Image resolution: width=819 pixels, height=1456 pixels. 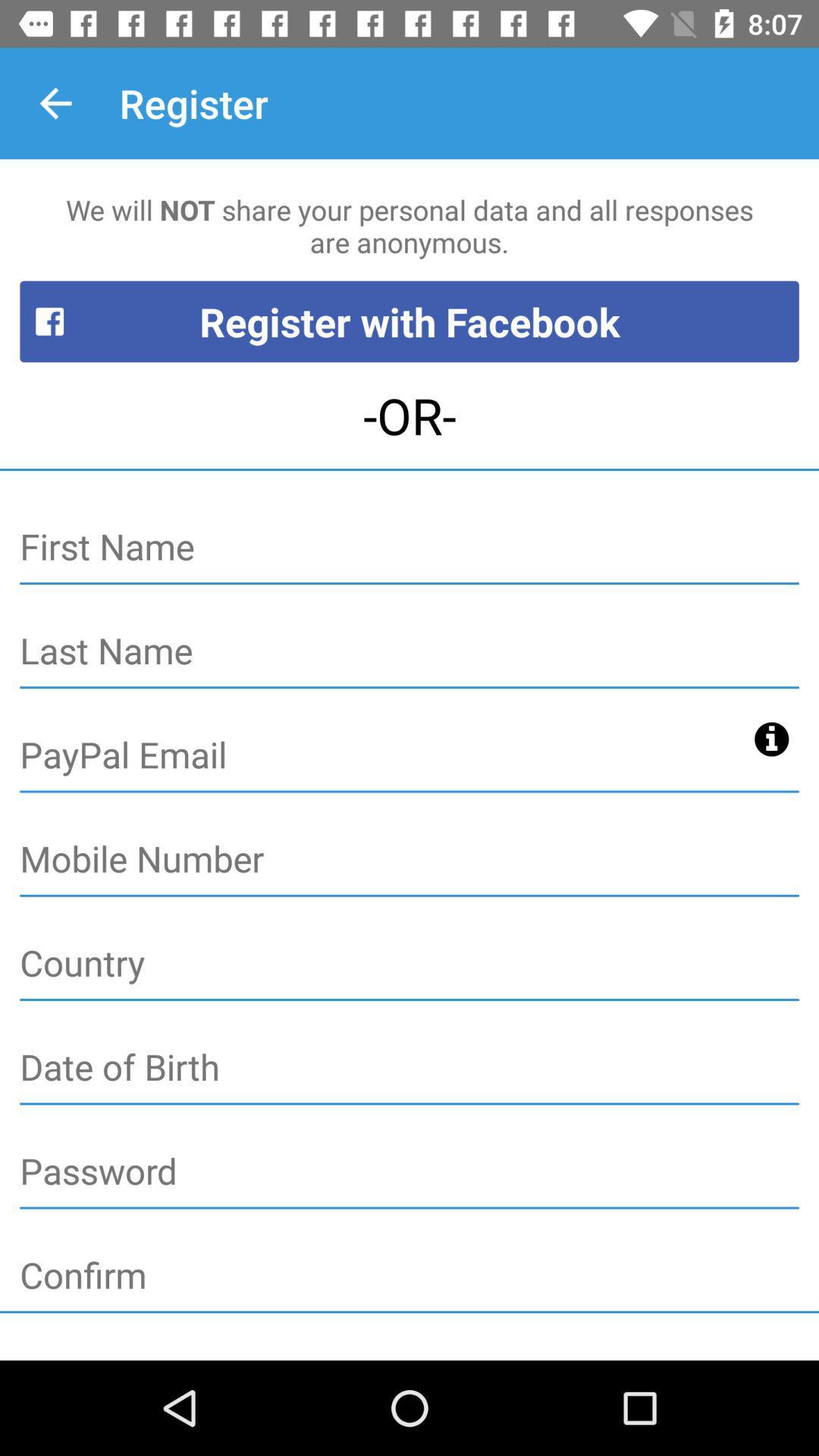 What do you see at coordinates (409, 321) in the screenshot?
I see `icon below we will not icon` at bounding box center [409, 321].